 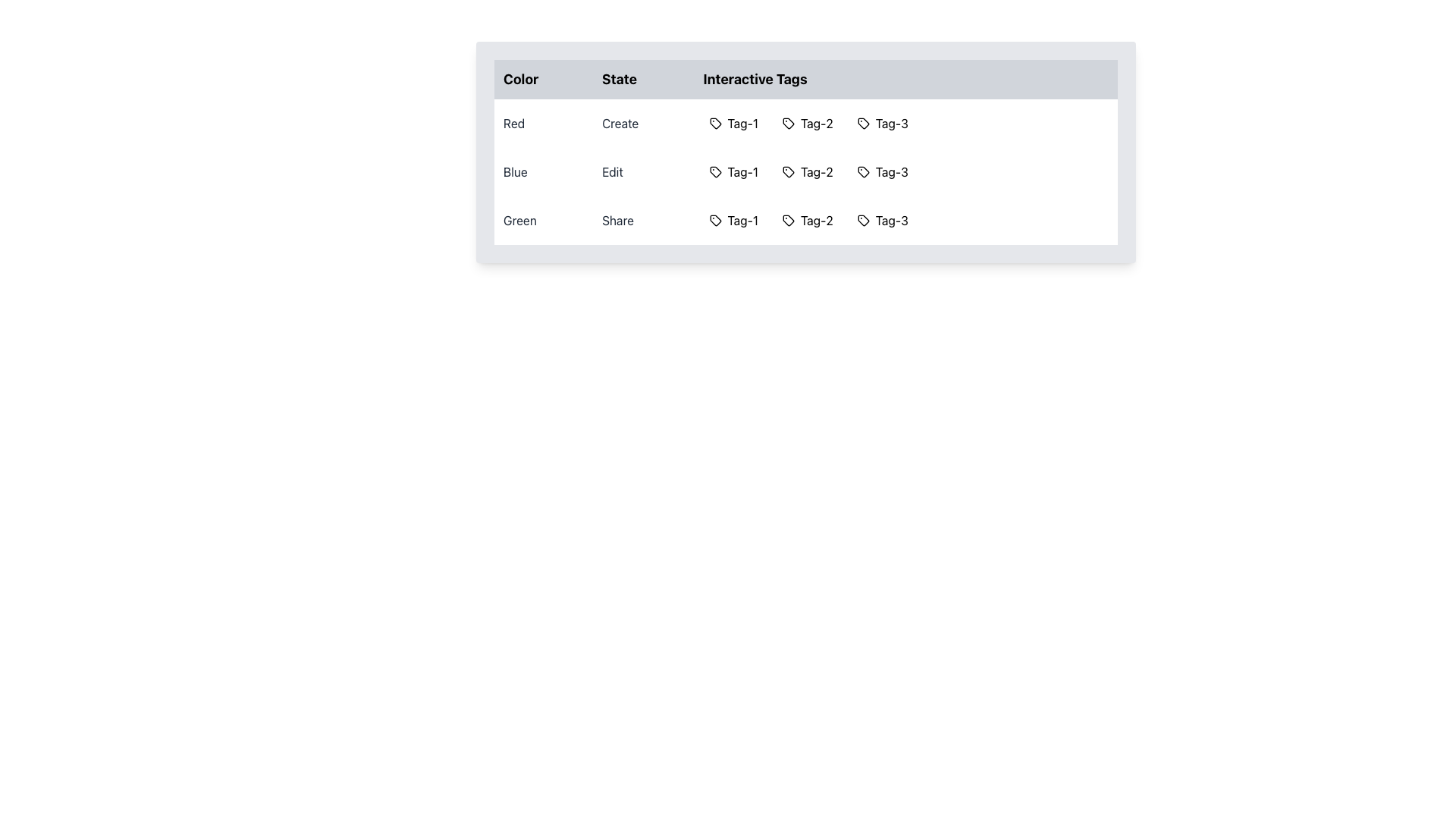 I want to click on the 'Red' color option icon in the 'Interactive Tags' column of the first row, which signifies a creation action, so click(x=714, y=122).